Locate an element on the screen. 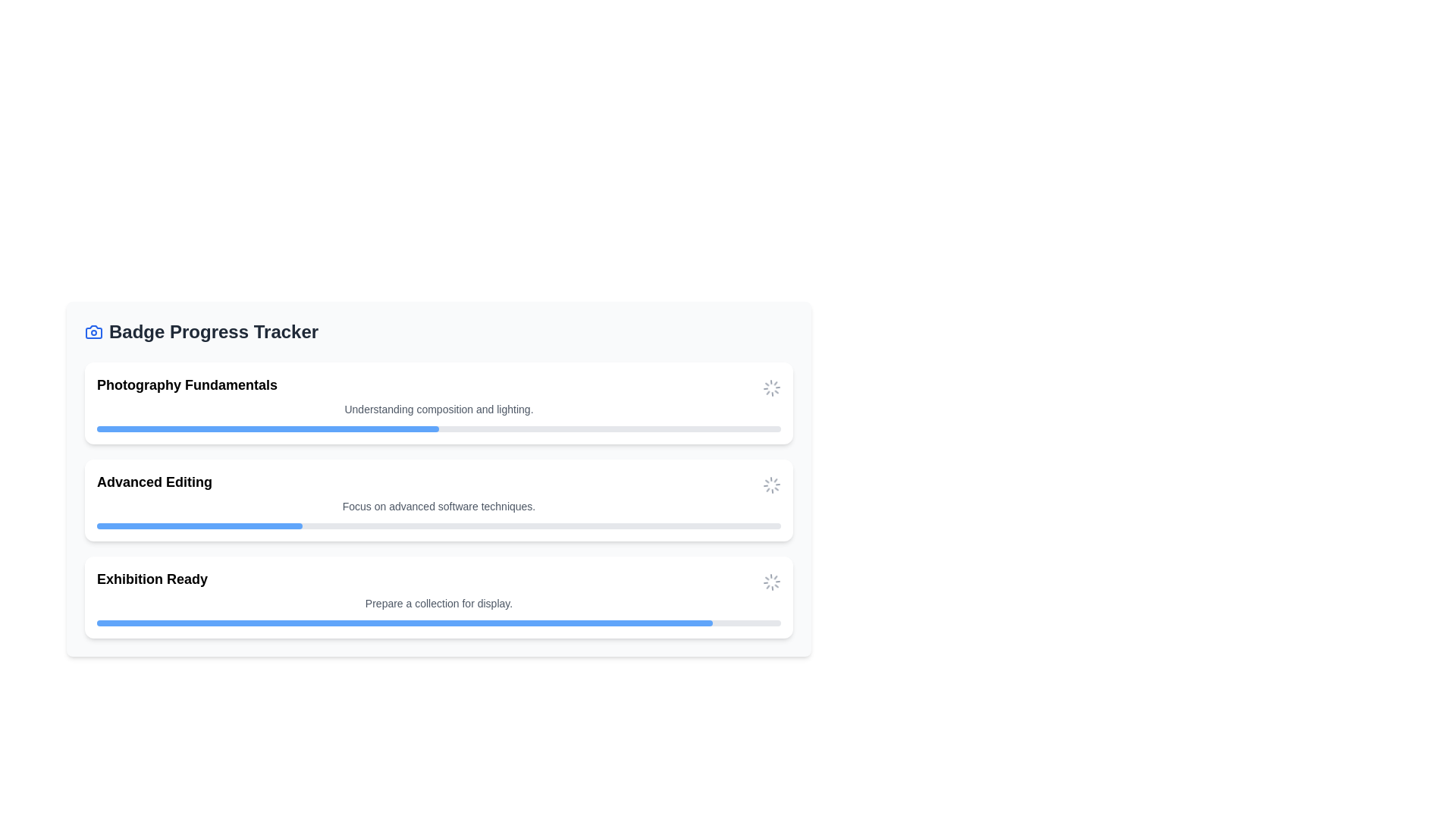  the text label that says 'Prepare a collection for display.' located beneath the title 'Exhibition Ready' in the 'Badge Progress Tracker' module is located at coordinates (438, 602).